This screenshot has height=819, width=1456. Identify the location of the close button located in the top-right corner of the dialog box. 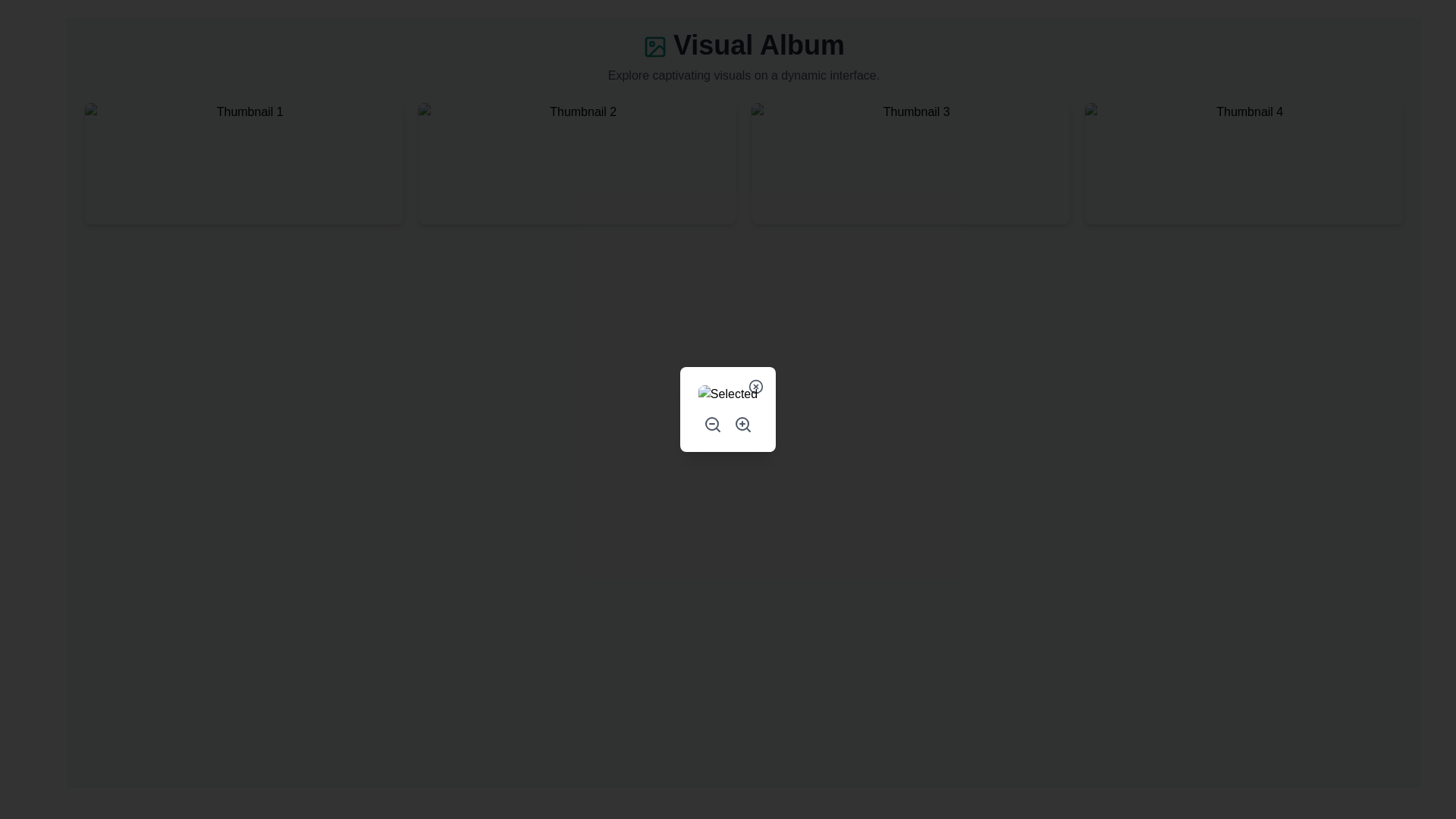
(756, 385).